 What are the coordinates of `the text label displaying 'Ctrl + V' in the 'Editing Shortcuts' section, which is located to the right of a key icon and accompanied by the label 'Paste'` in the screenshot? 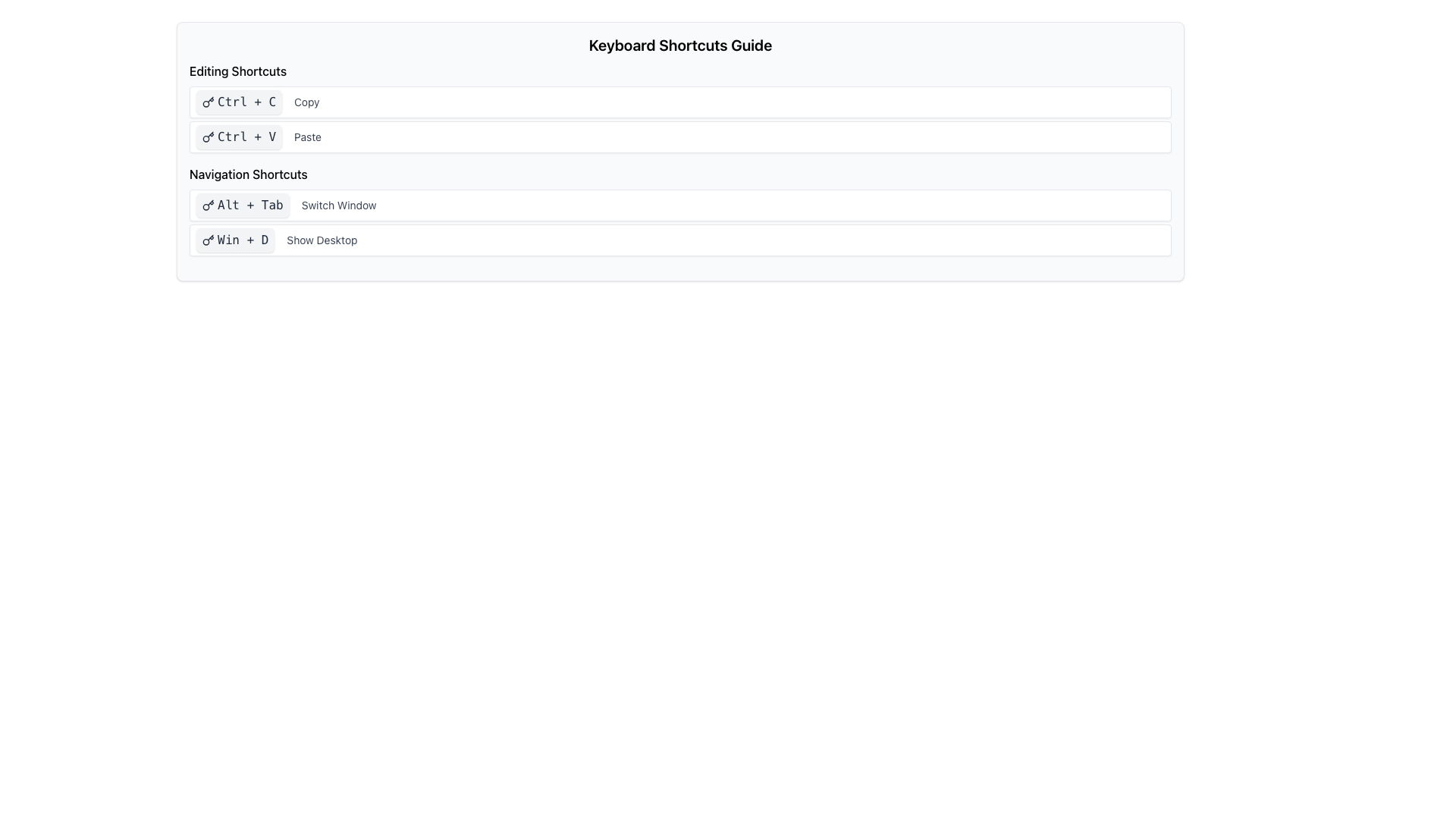 It's located at (246, 137).